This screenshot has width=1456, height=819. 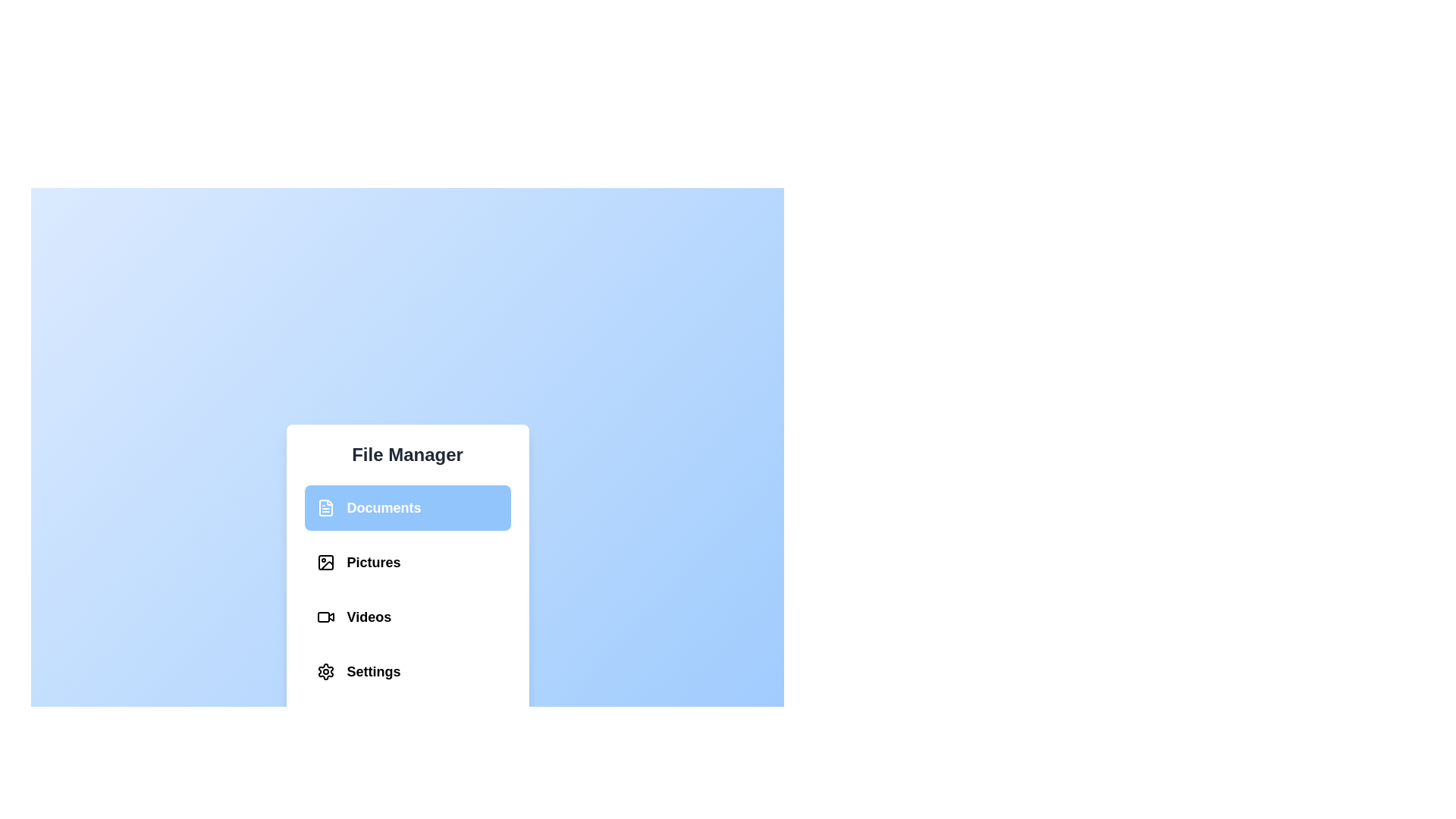 I want to click on the Settings section in the File Management Menu, so click(x=325, y=671).